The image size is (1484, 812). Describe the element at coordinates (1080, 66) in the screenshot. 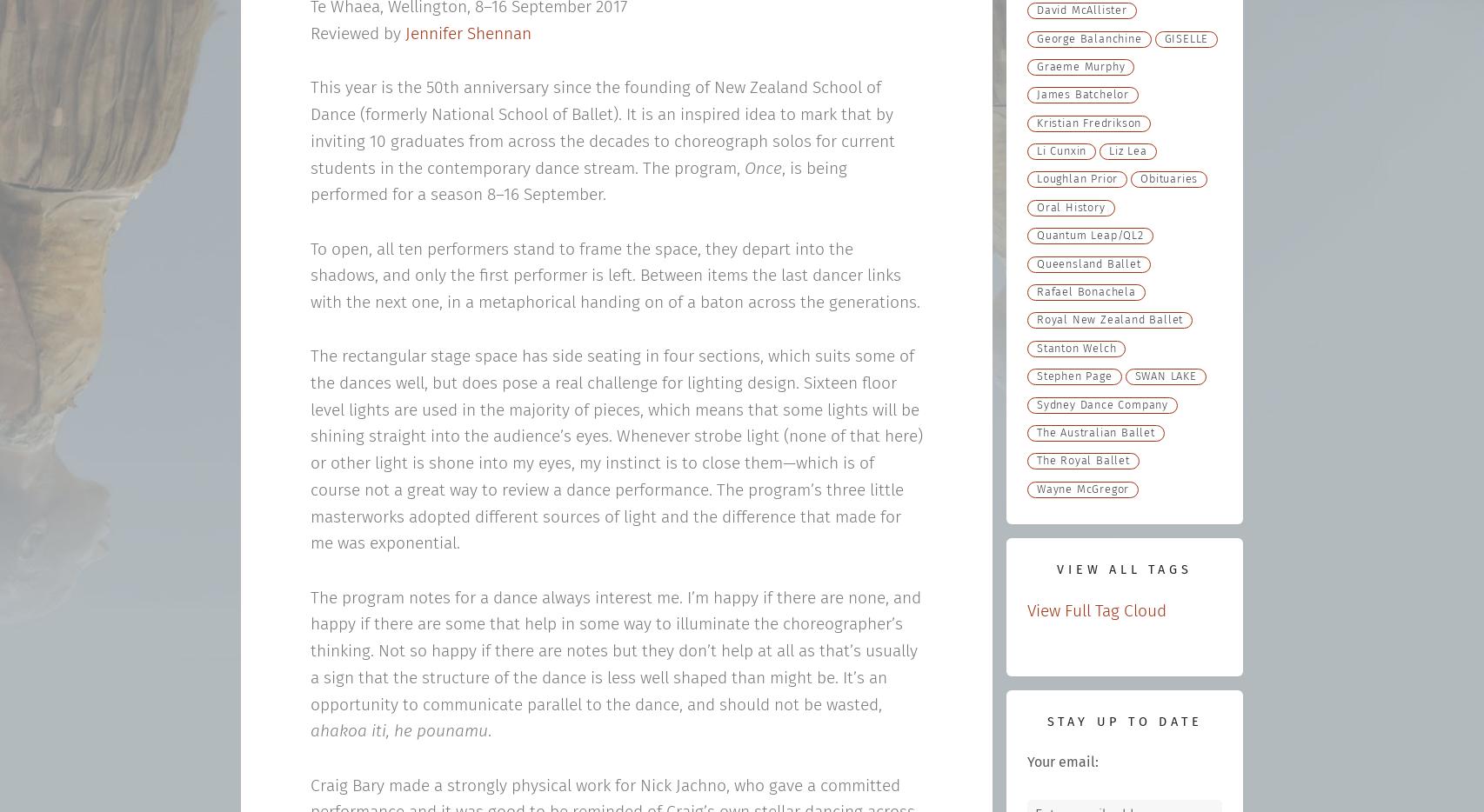

I see `'Graeme Murphy'` at that location.